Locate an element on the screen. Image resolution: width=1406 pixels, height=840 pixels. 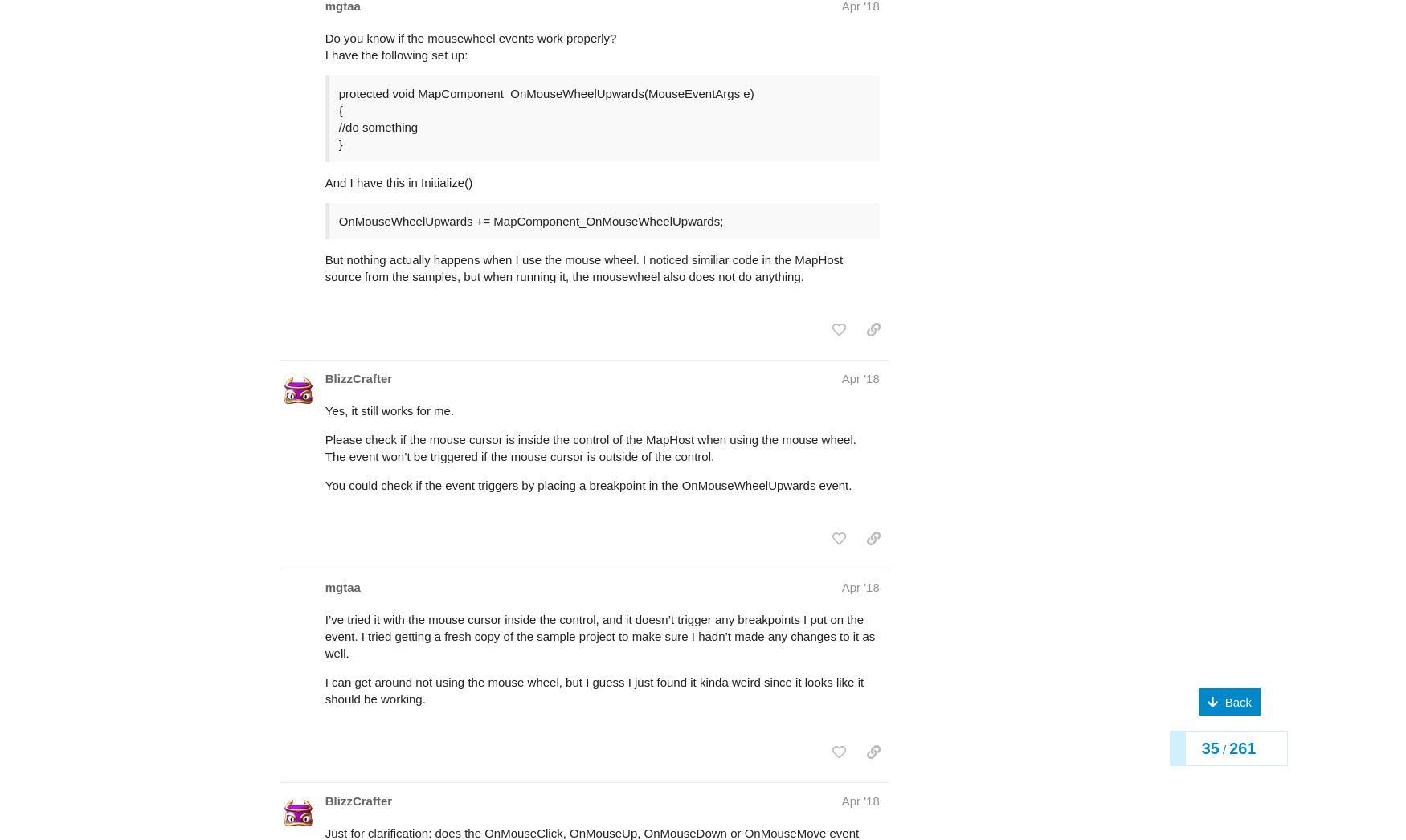
'But nothing actually happens when I use the mouse wheel.  I noticed similiar code in the MapHost source from the samples, but when running it, the mousewheel also does not do anything.' is located at coordinates (583, 204).